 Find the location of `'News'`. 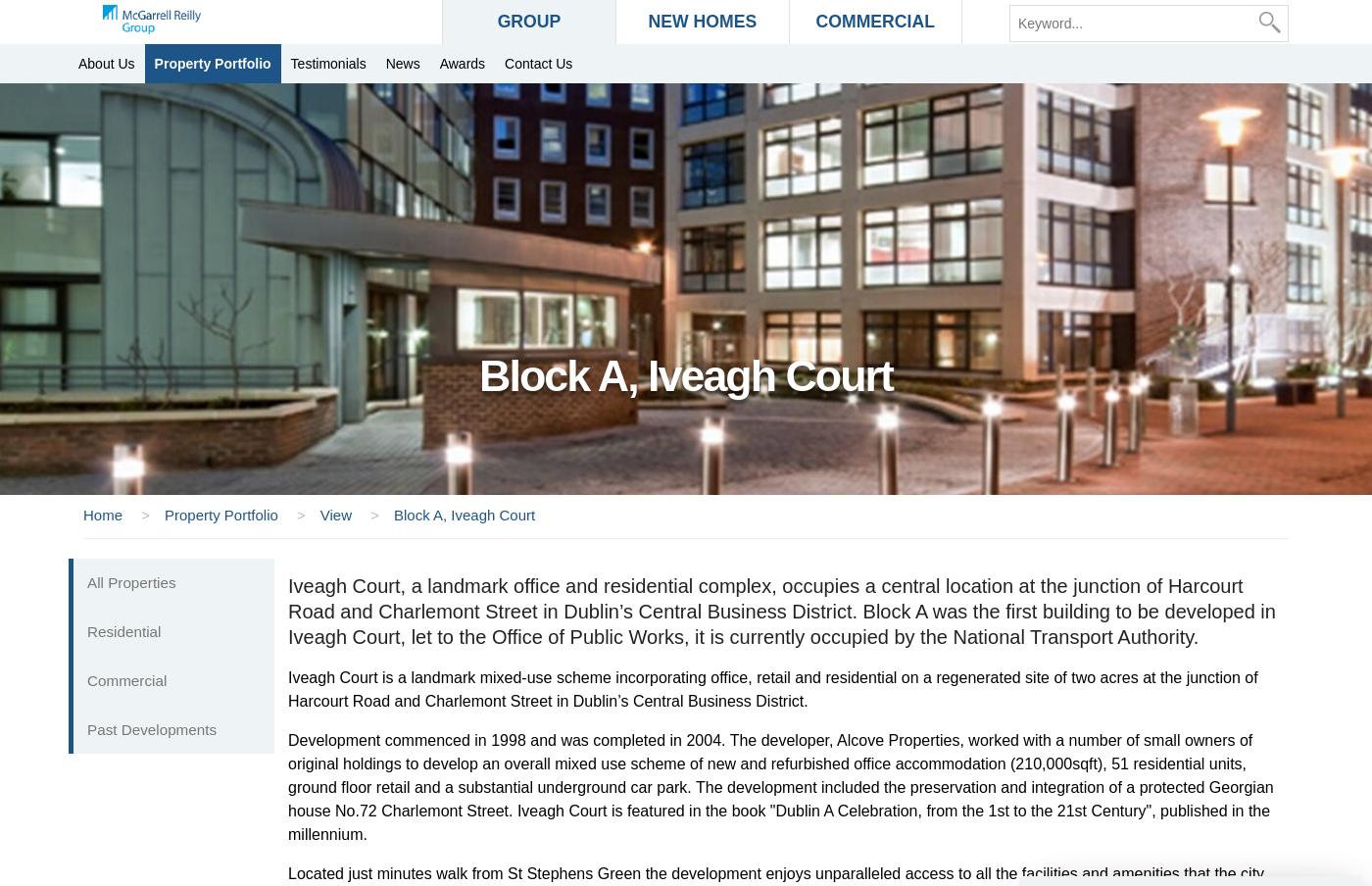

'News' is located at coordinates (402, 63).